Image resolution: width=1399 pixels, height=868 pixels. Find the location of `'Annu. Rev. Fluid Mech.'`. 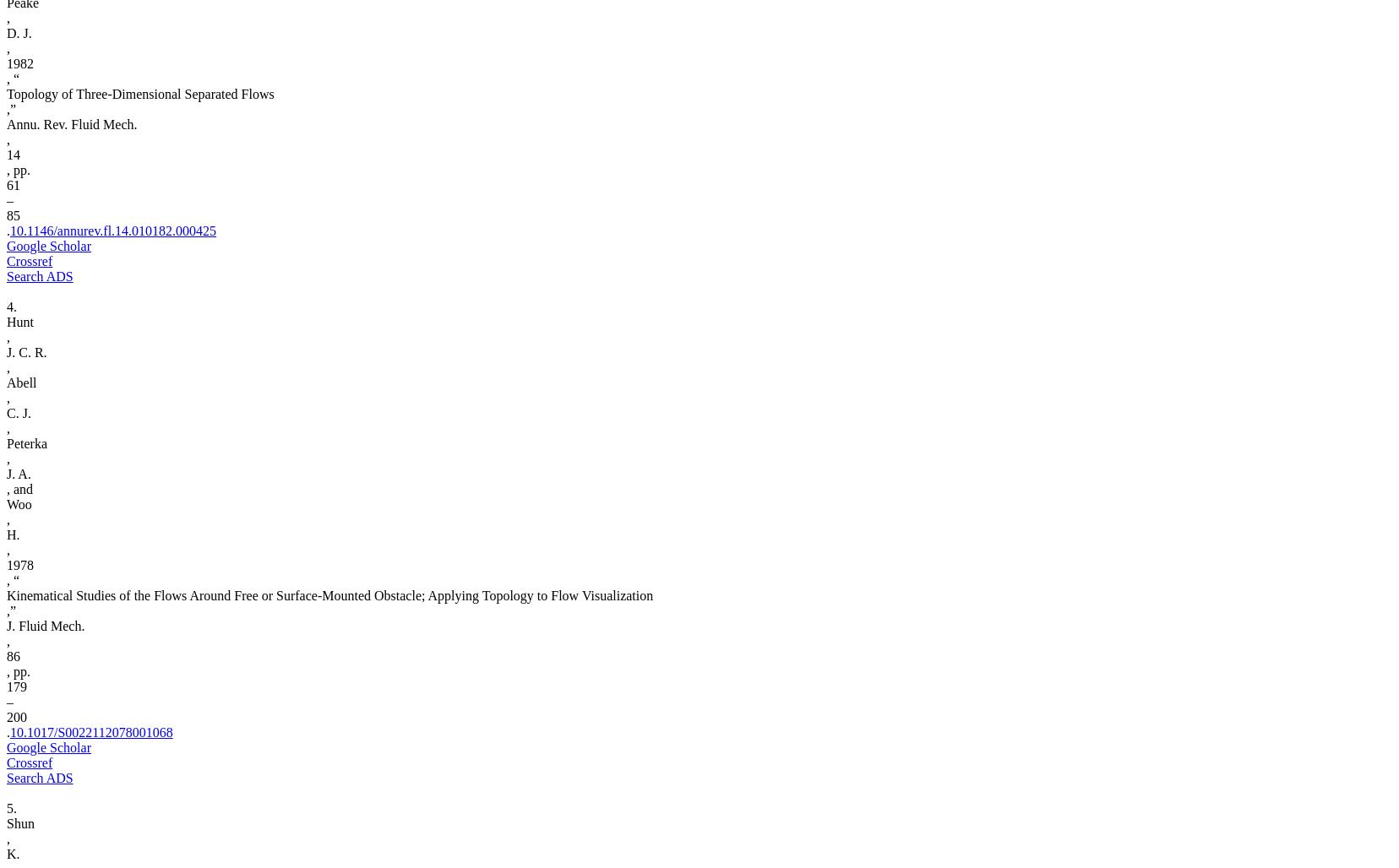

'Annu. Rev. Fluid Mech.' is located at coordinates (70, 124).